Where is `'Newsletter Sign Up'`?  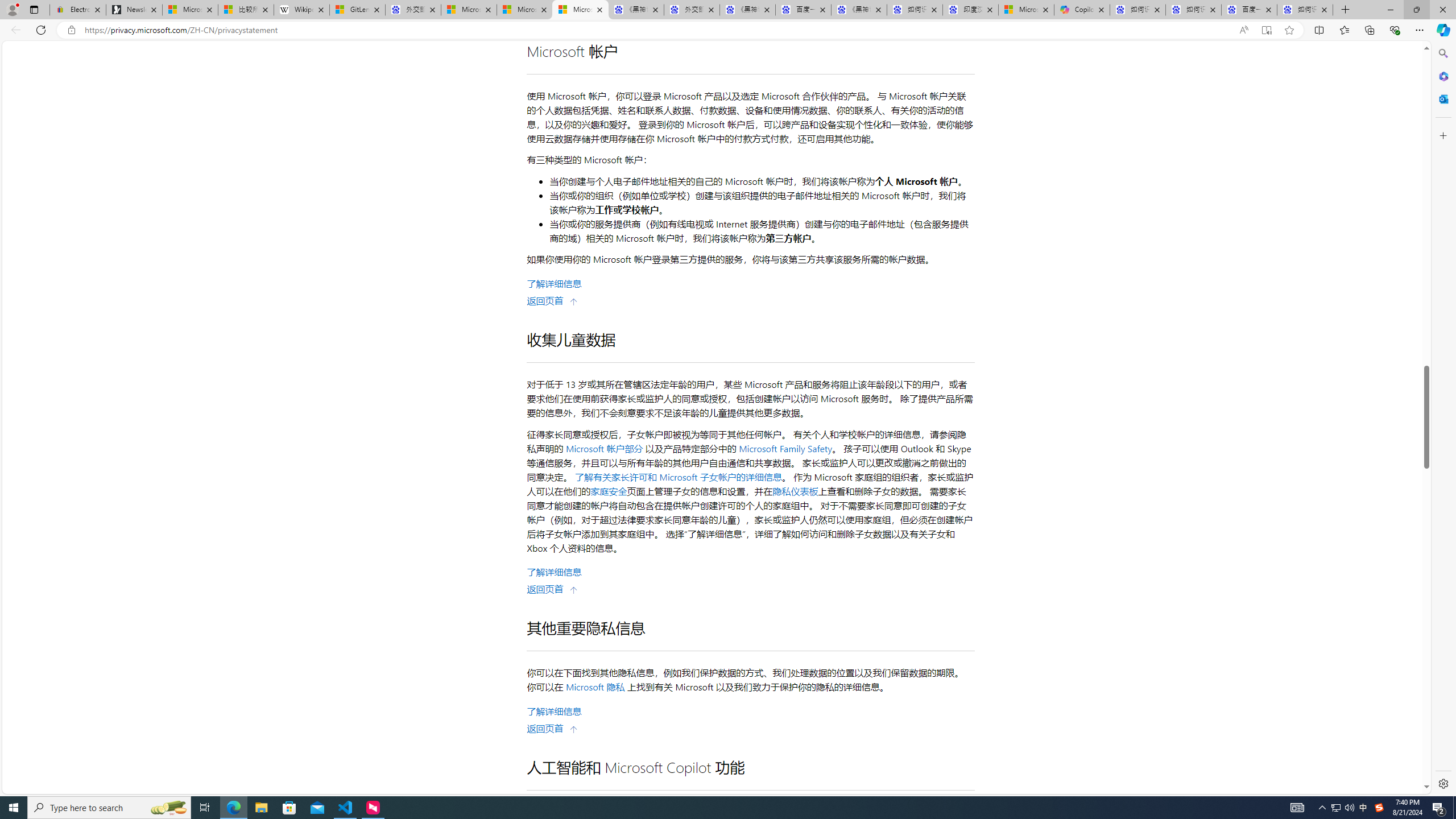
'Newsletter Sign Up' is located at coordinates (134, 9).